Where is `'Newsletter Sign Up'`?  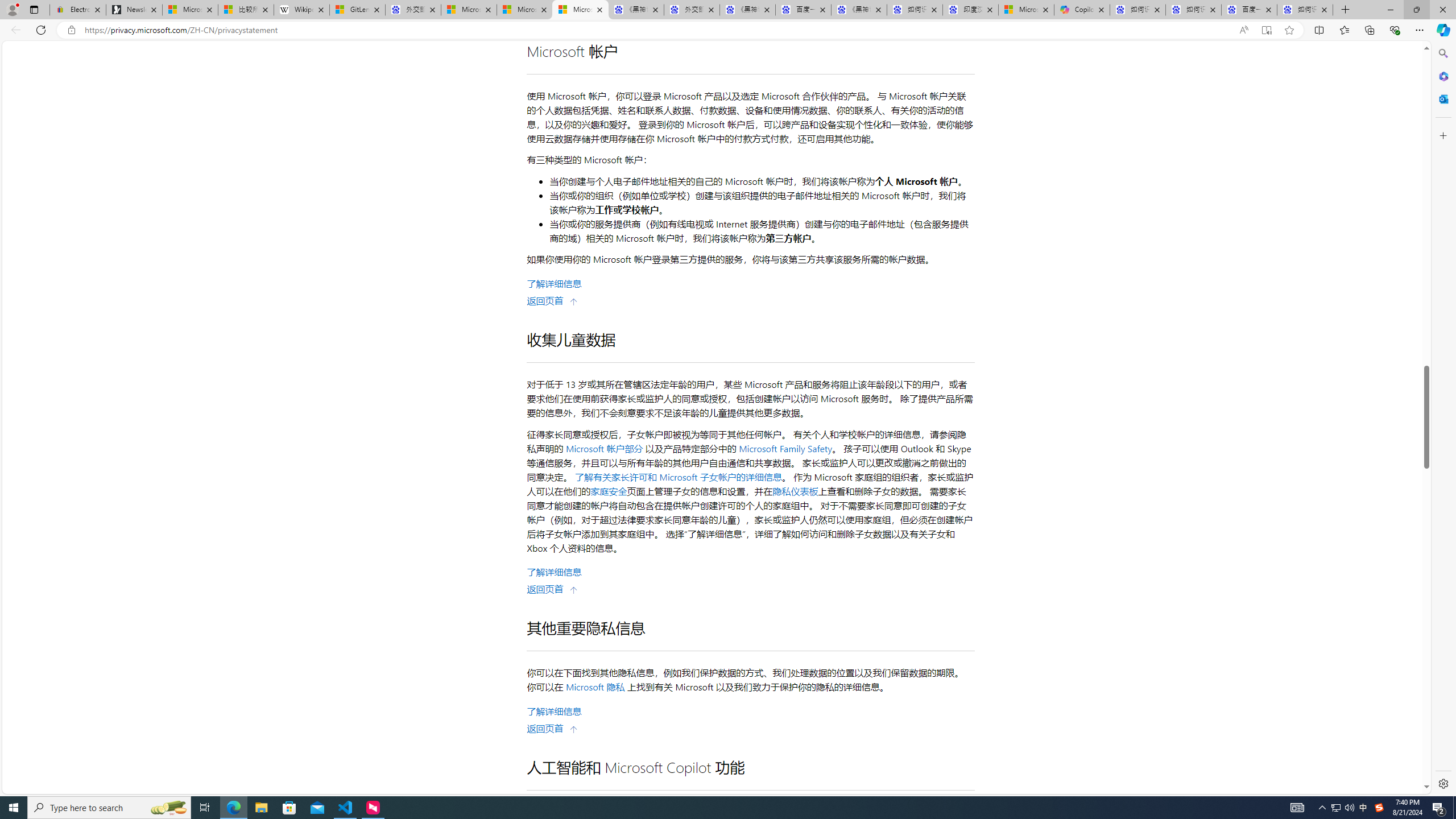
'Newsletter Sign Up' is located at coordinates (134, 9).